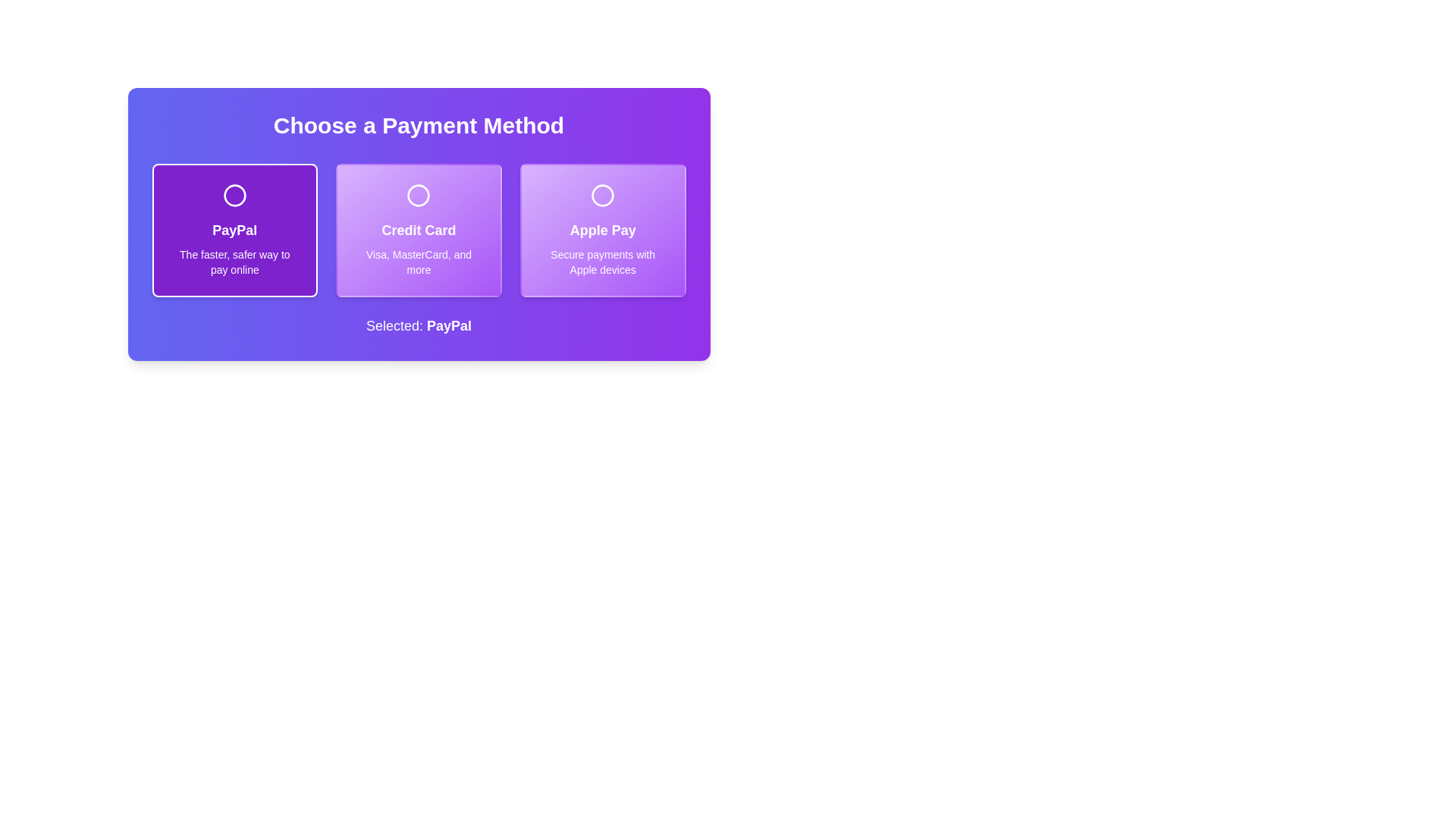  Describe the element at coordinates (419, 231) in the screenshot. I see `the 'Credit Card' button, which is a card with a rounded border and gradient background located in the 'Choose a Payment Method' section` at that location.